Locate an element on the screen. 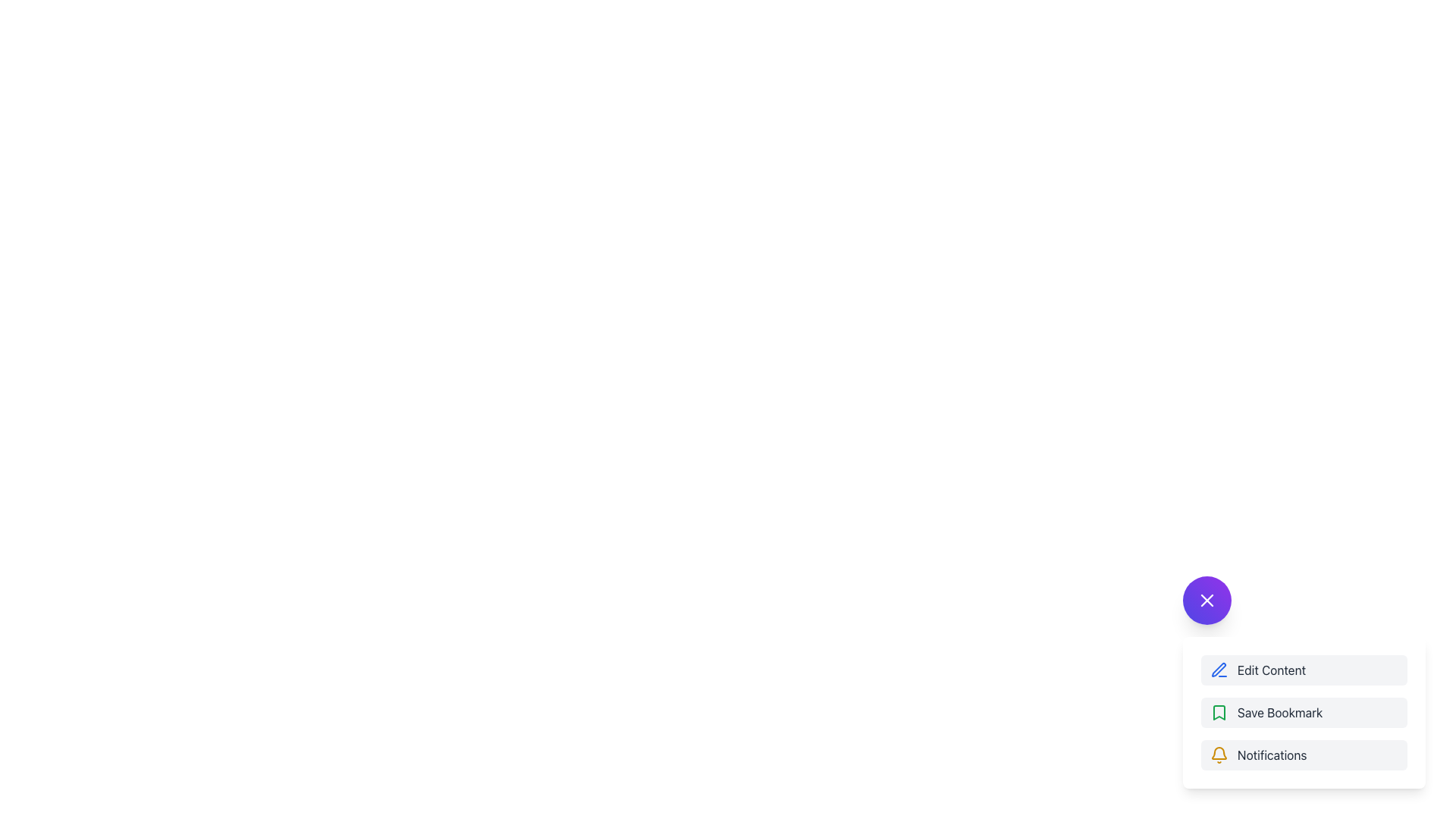 The image size is (1456, 819). the 'Save Bookmark' text label is located at coordinates (1279, 713).